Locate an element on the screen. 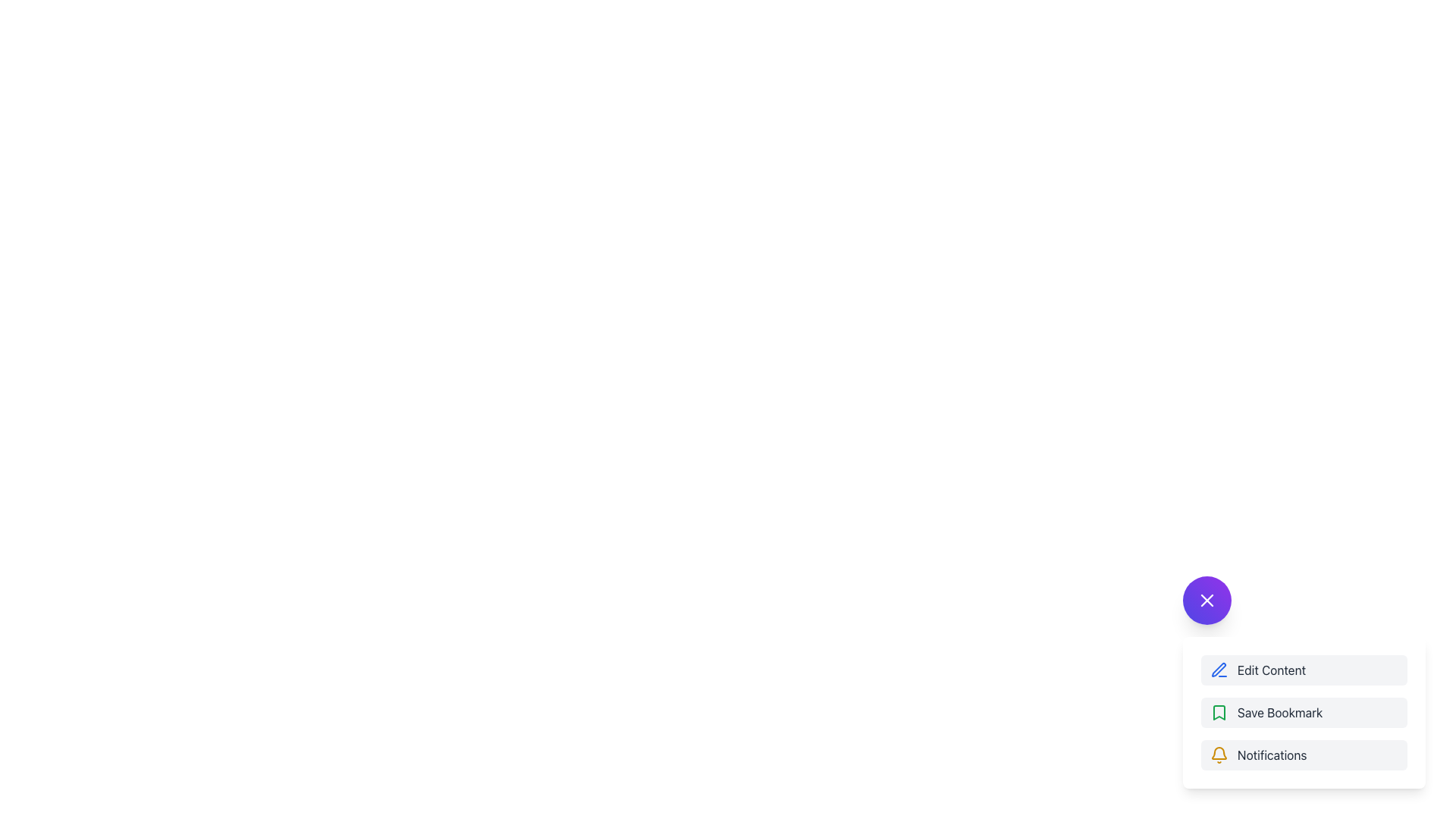 The image size is (1456, 819). the 'Save Bookmark' text label is located at coordinates (1279, 713).